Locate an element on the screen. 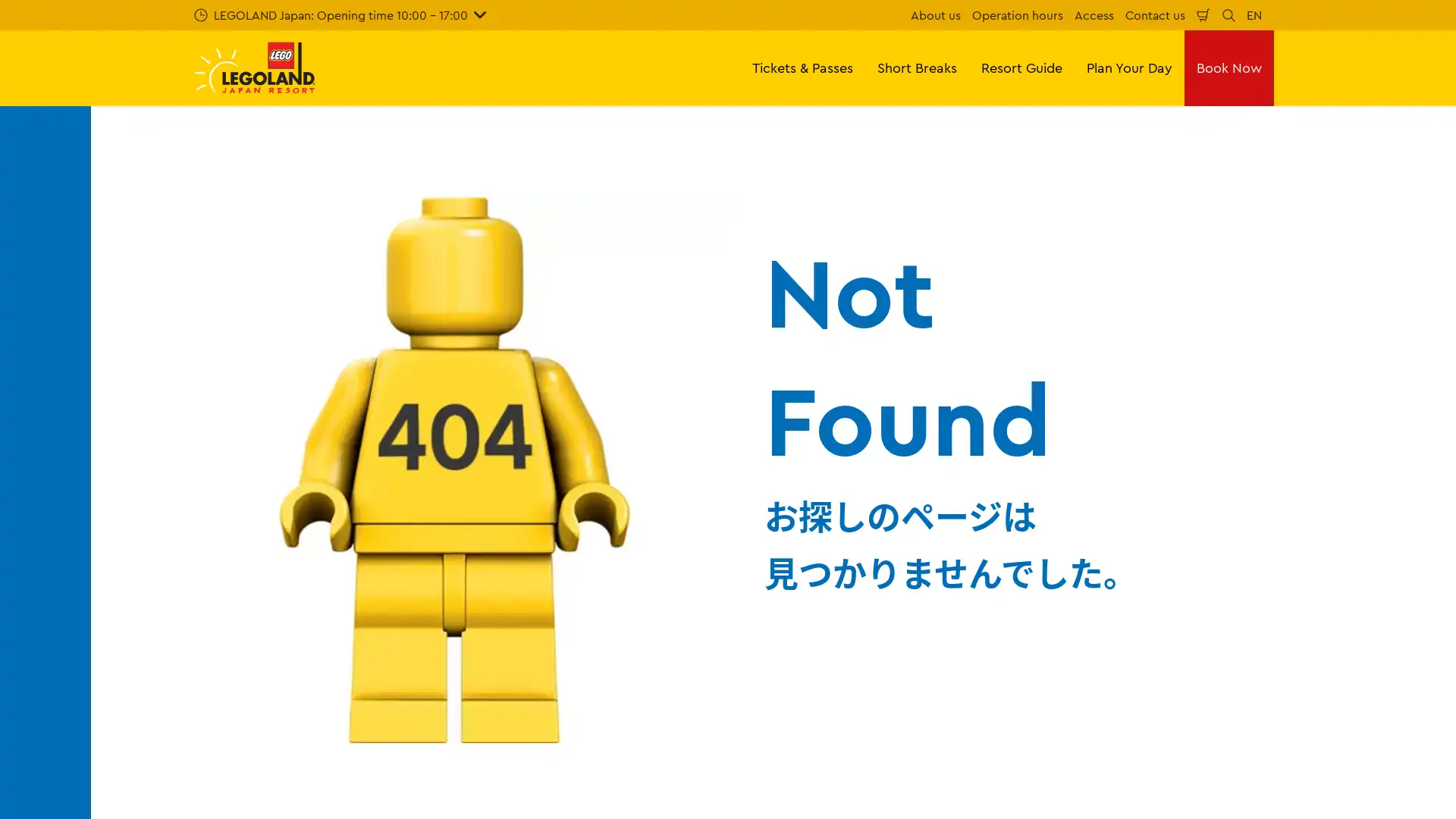 This screenshot has height=819, width=1456. Plan Your Day is located at coordinates (1129, 67).